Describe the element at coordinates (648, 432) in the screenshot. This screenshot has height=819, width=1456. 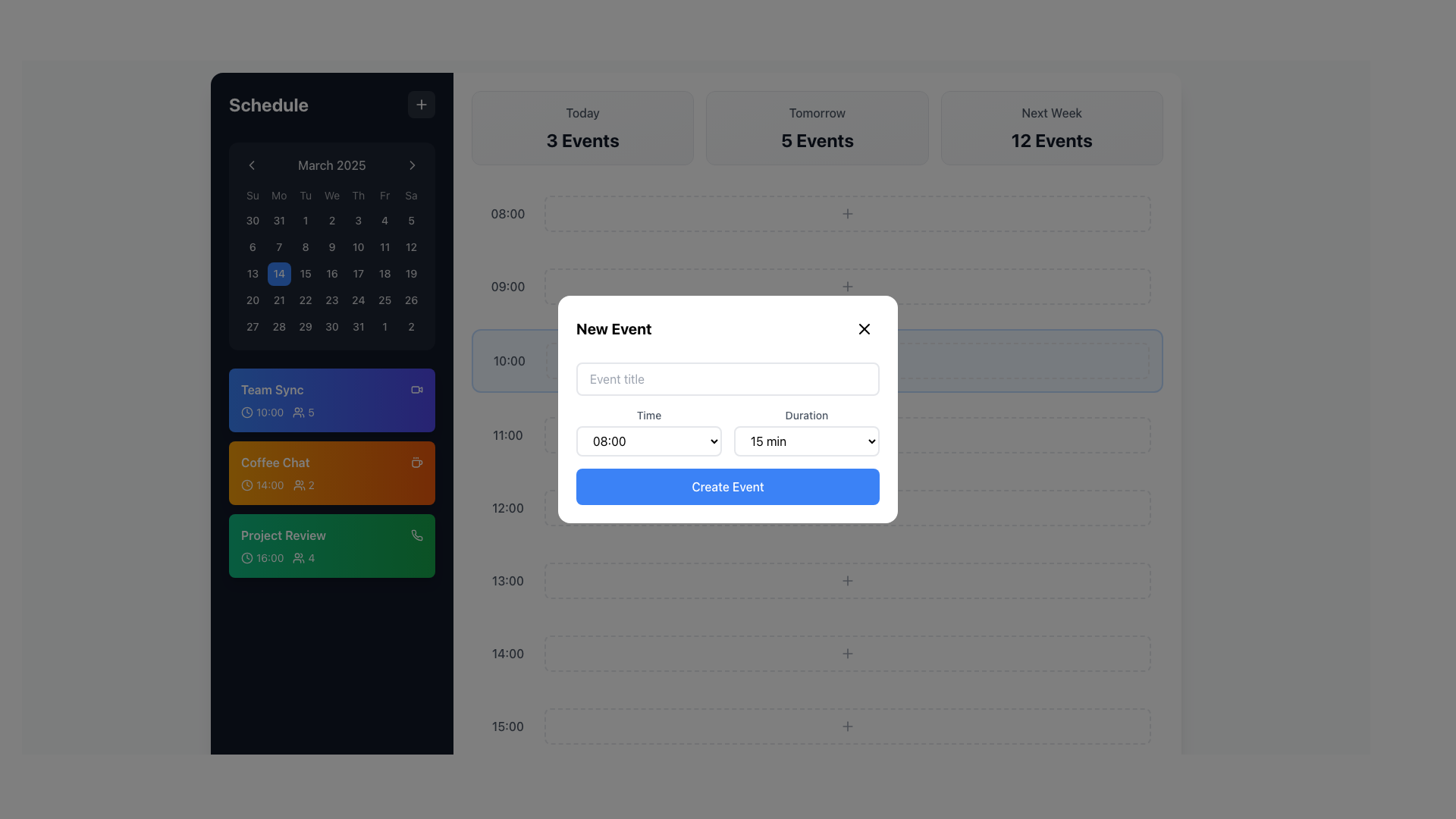
I see `a time option from the dropdown menu located under the 'New Event' dialog header, positioned on the left side of the layout` at that location.